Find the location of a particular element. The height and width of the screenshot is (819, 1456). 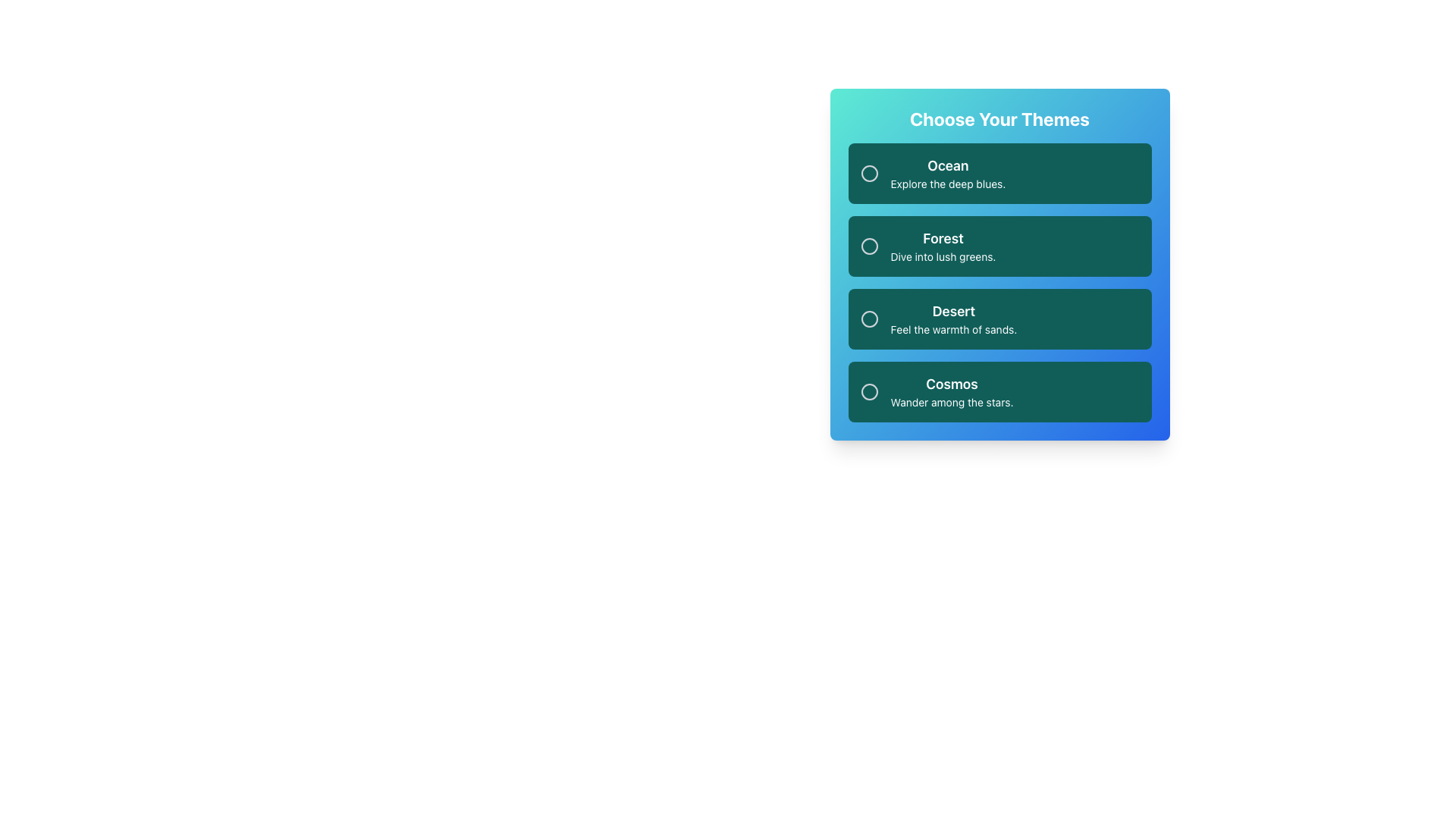

the 'Desert' theme title text label, which is horizontally centered in the third card of the theme options is located at coordinates (952, 311).